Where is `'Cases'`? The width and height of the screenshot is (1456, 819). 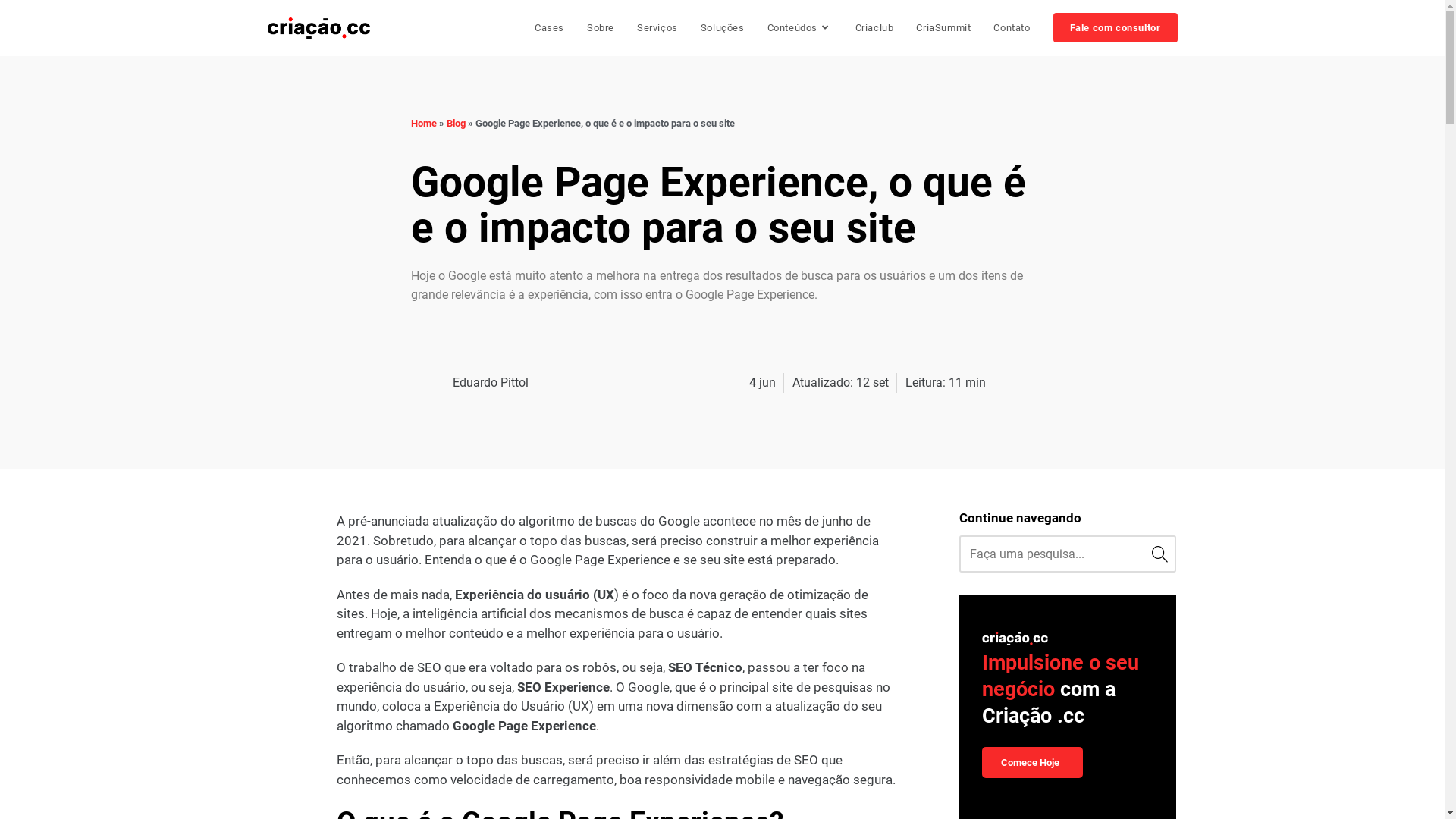
'Cases' is located at coordinates (548, 28).